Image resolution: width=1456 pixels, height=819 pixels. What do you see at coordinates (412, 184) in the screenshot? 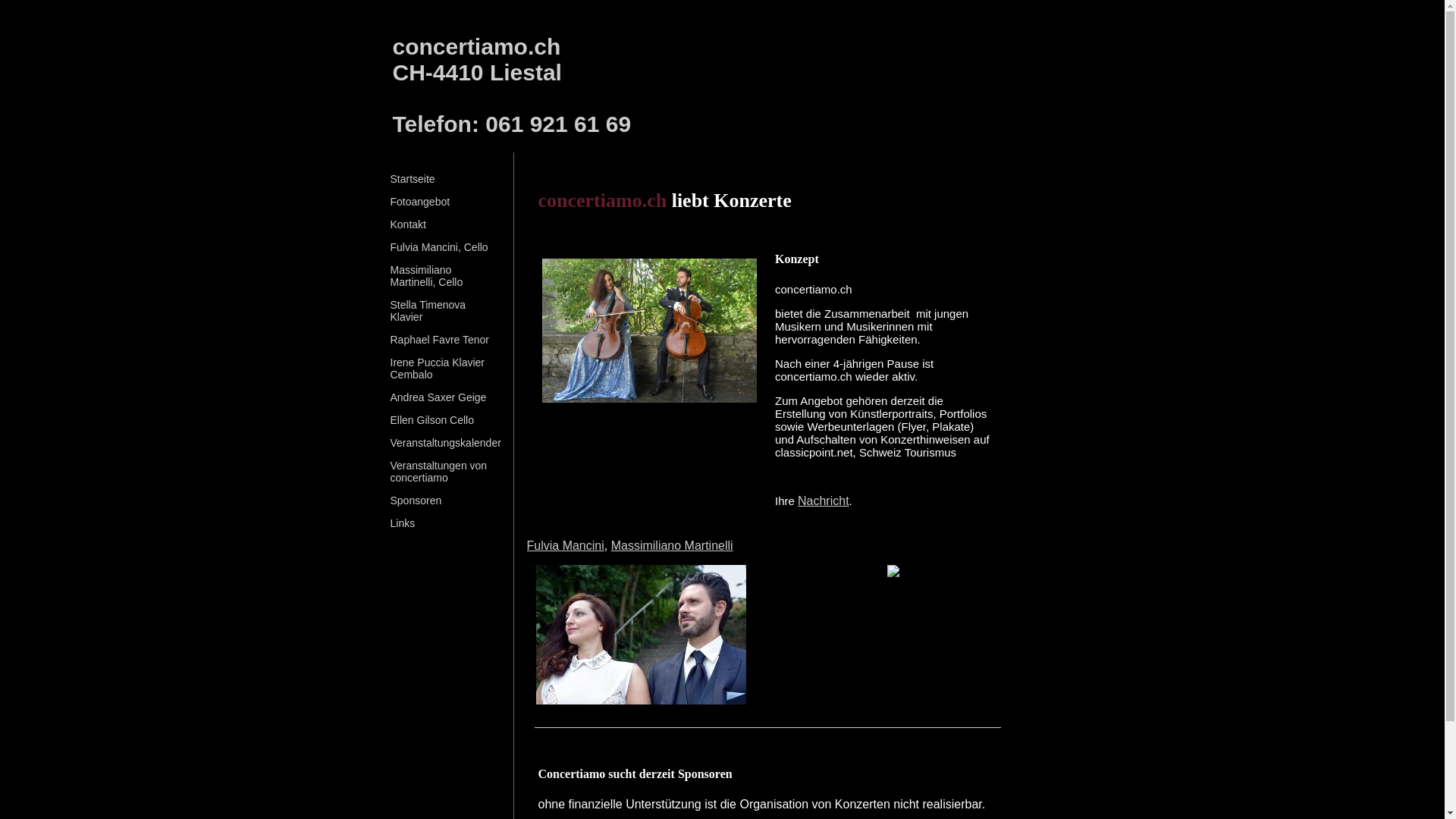
I see `'Startseite'` at bounding box center [412, 184].